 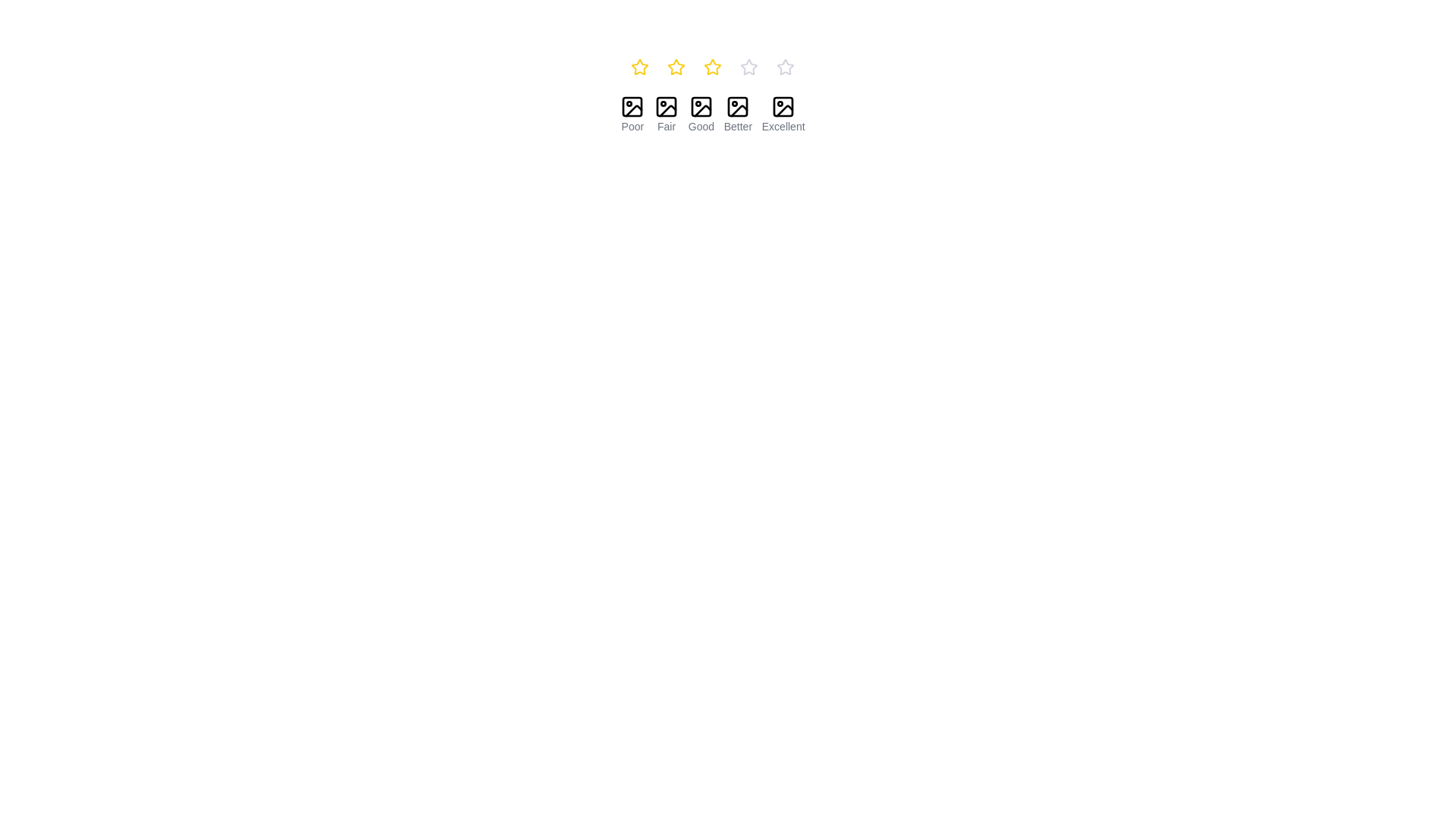 I want to click on the first Rating Item which is represented by a disabled image placeholder icon with the text 'Poor' below it, indicating a low rating, so click(x=632, y=113).